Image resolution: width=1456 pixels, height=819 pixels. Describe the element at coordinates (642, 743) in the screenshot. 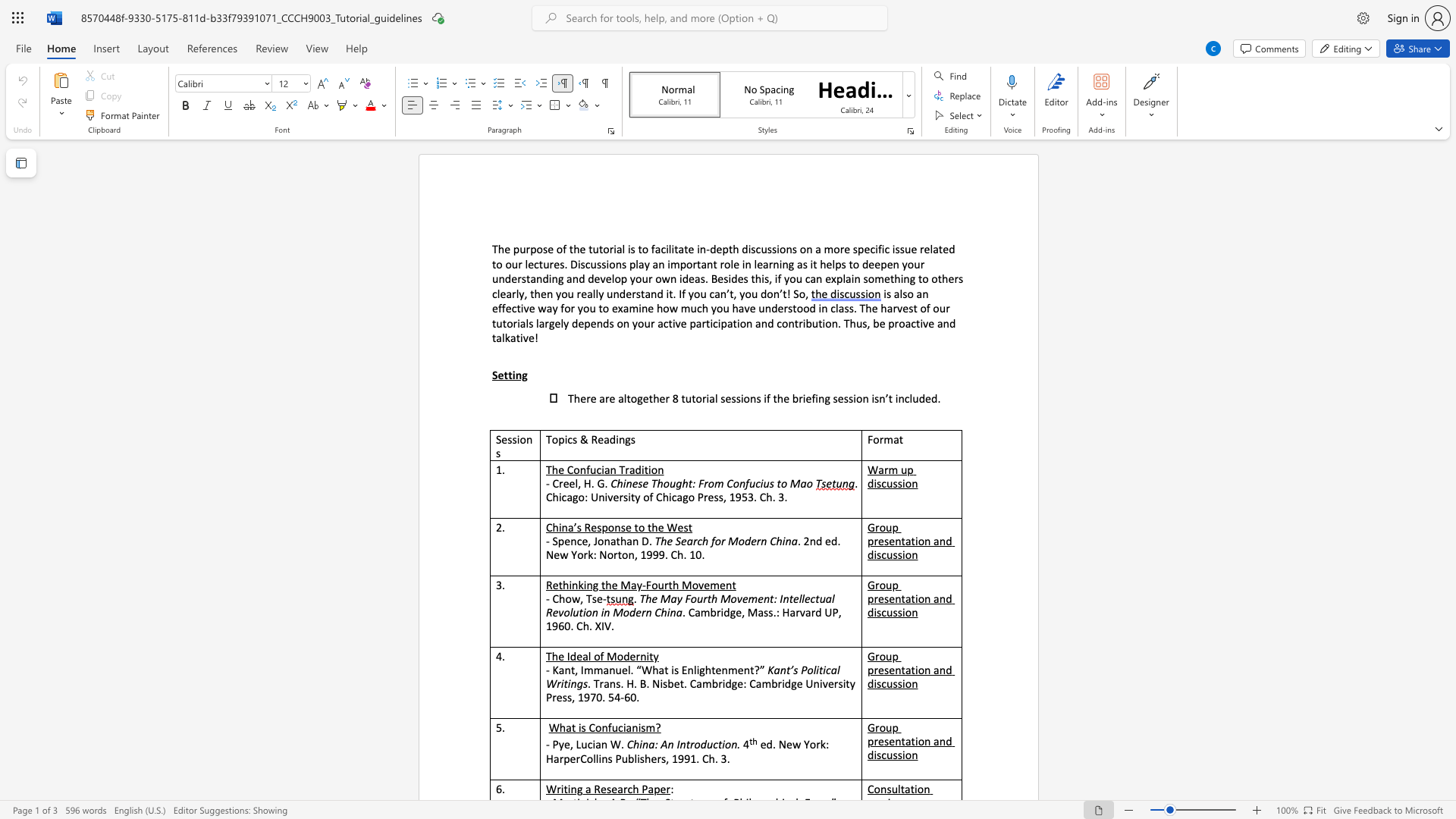

I see `the subset text "na" within the text "China: An Introduction."` at that location.